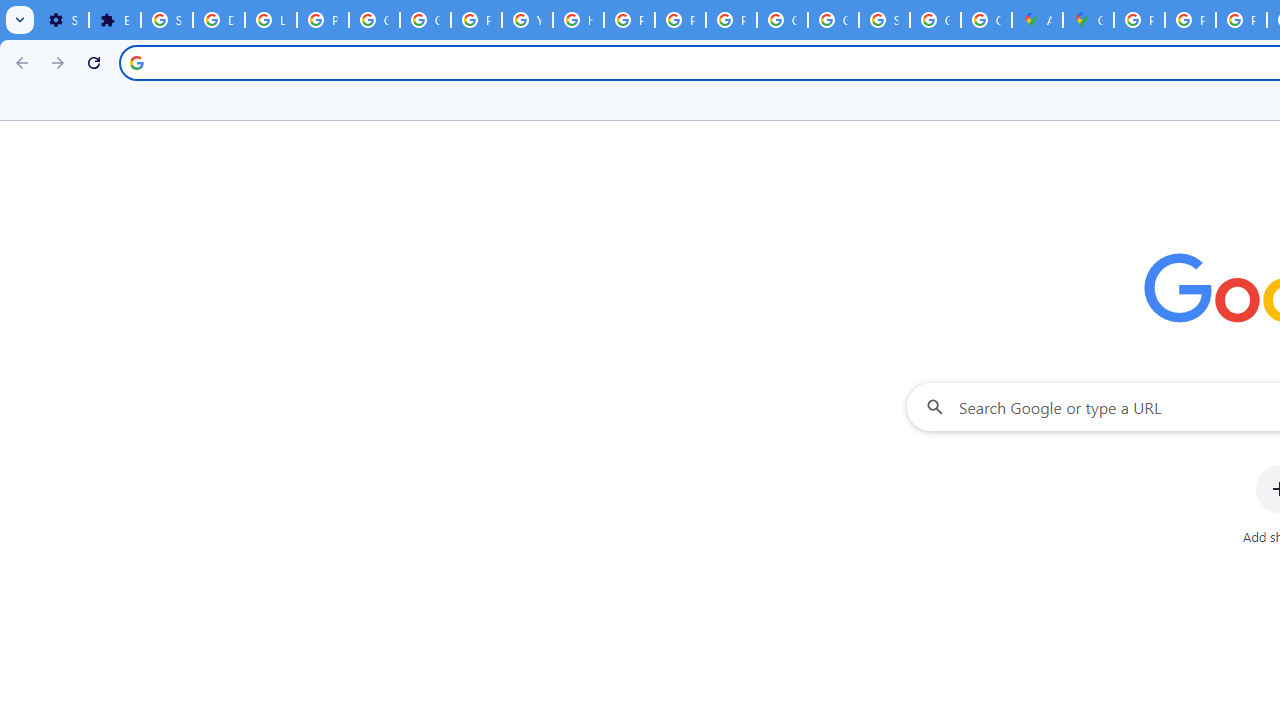  Describe the element at coordinates (628, 20) in the screenshot. I see `'Privacy Help Center - Policies Help'` at that location.